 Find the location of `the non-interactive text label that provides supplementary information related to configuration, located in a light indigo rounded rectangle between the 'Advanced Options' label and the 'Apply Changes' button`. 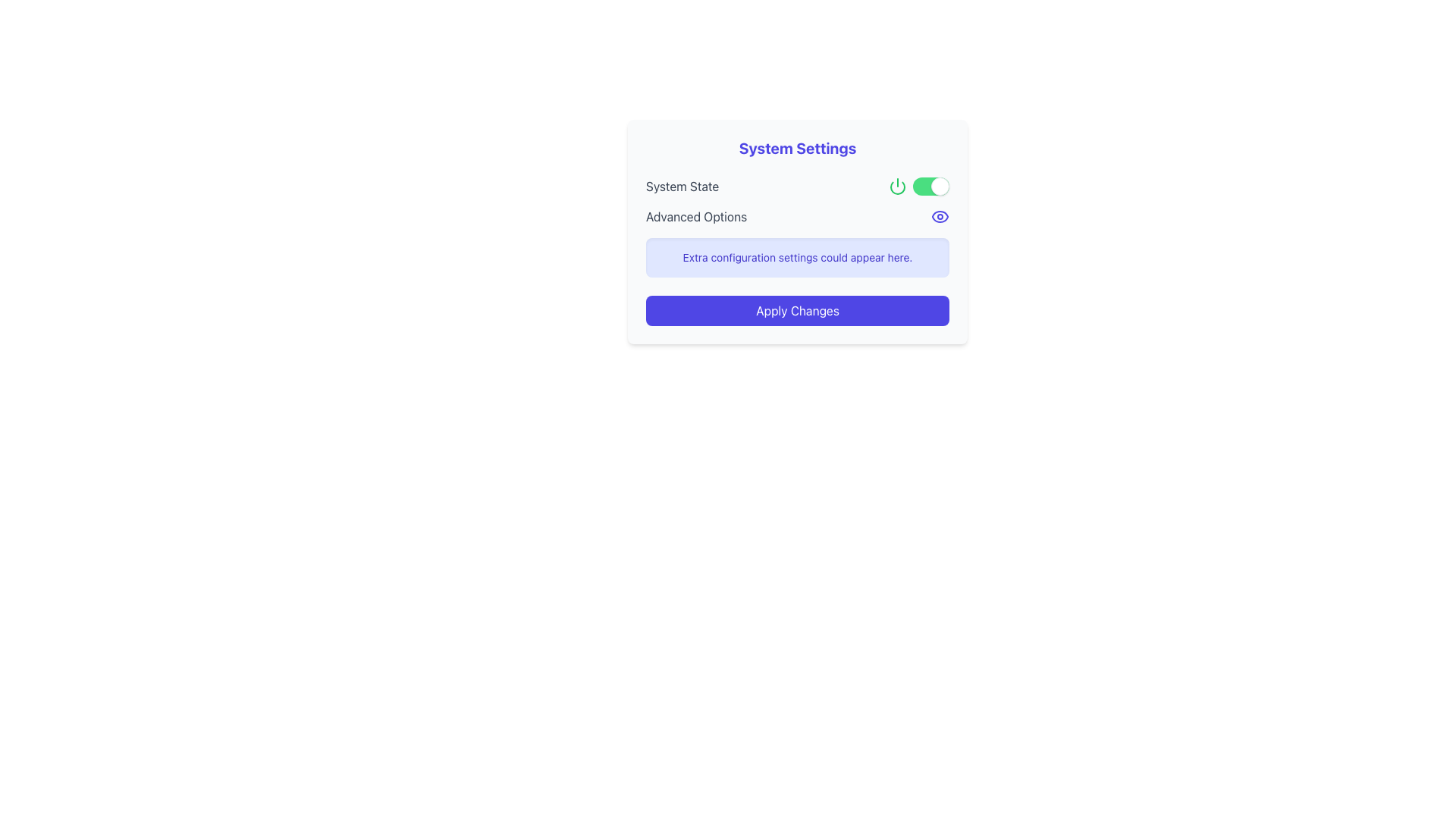

the non-interactive text label that provides supplementary information related to configuration, located in a light indigo rounded rectangle between the 'Advanced Options' label and the 'Apply Changes' button is located at coordinates (796, 256).